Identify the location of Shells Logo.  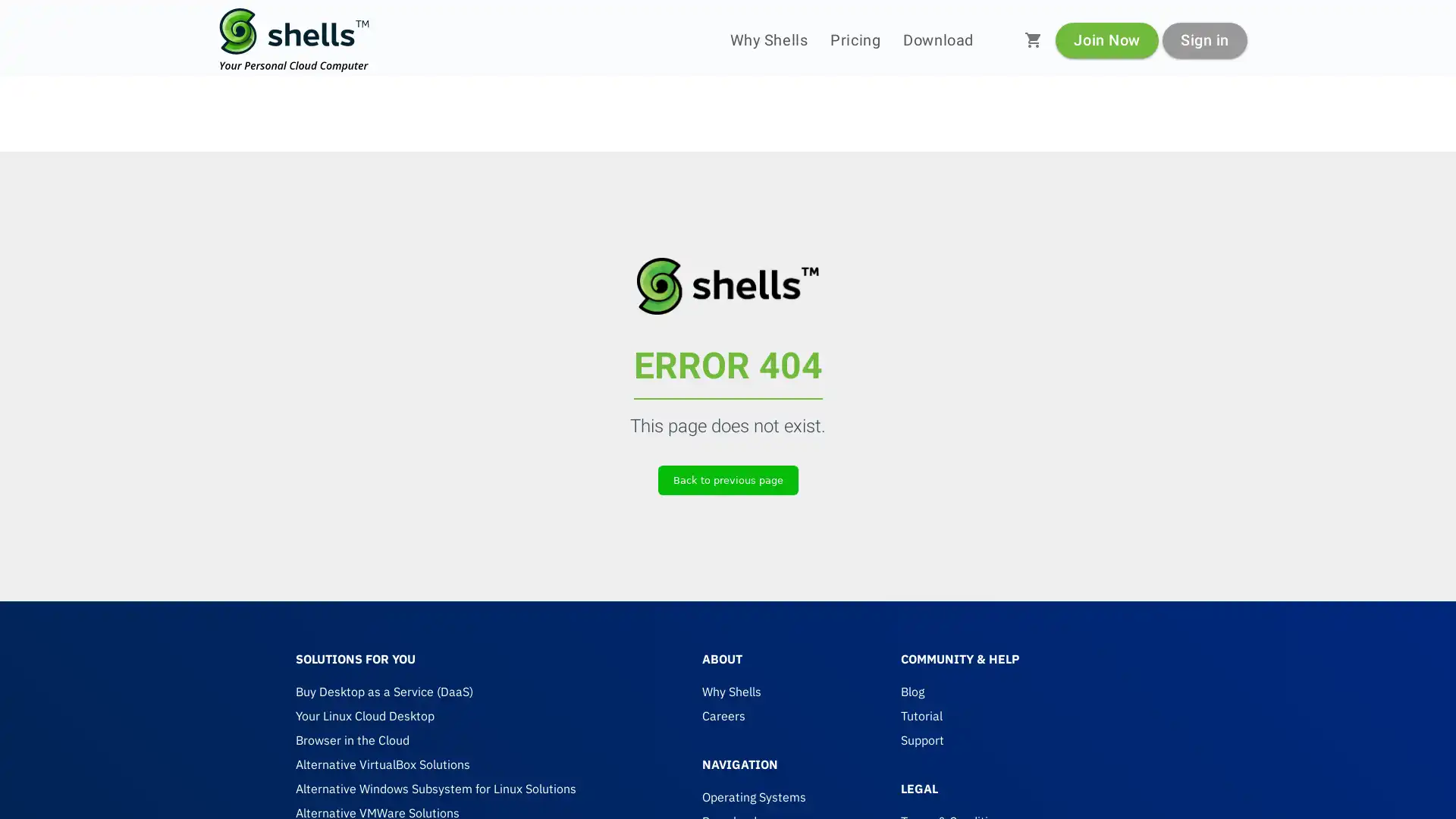
(294, 39).